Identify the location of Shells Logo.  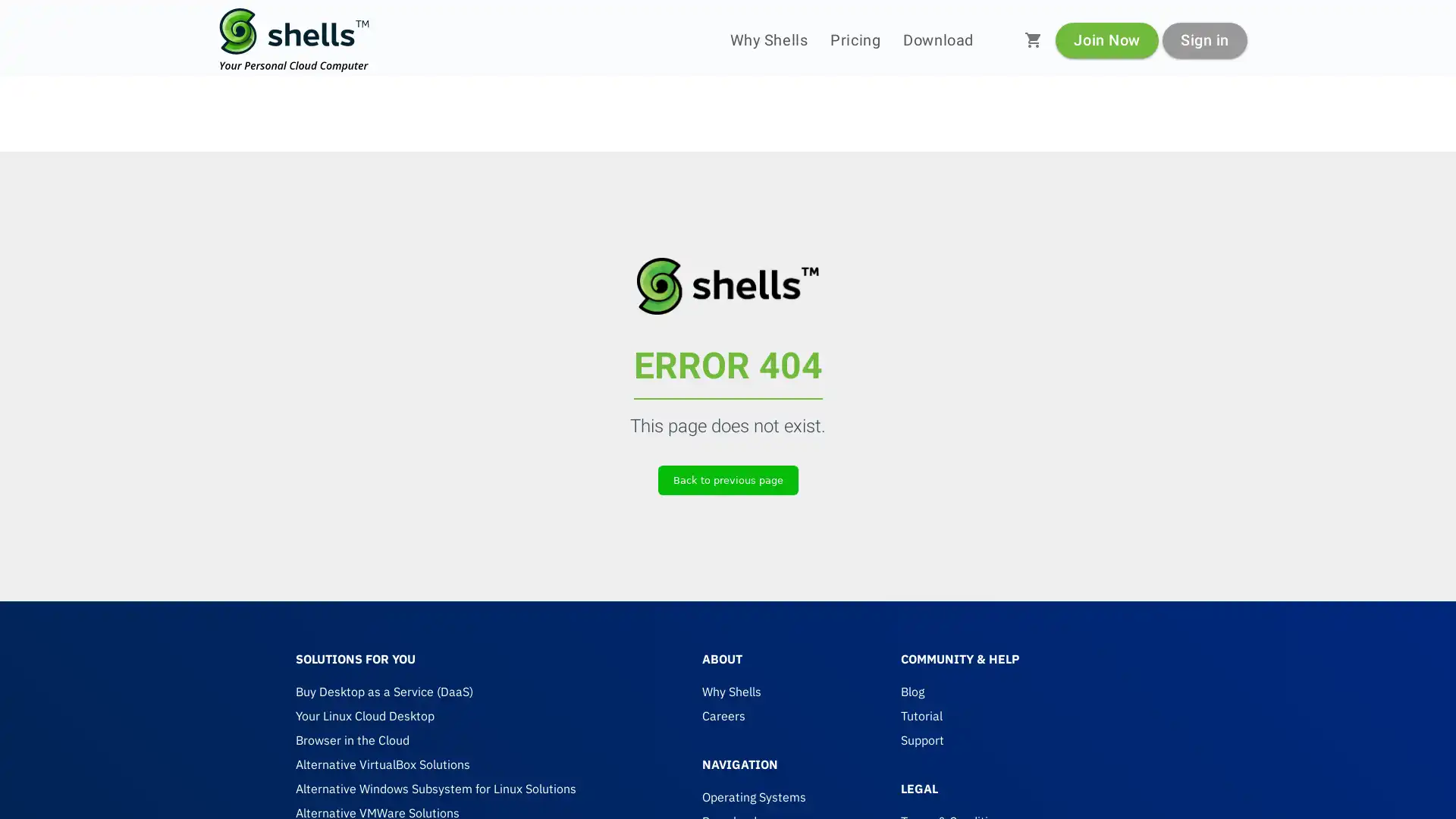
(294, 39).